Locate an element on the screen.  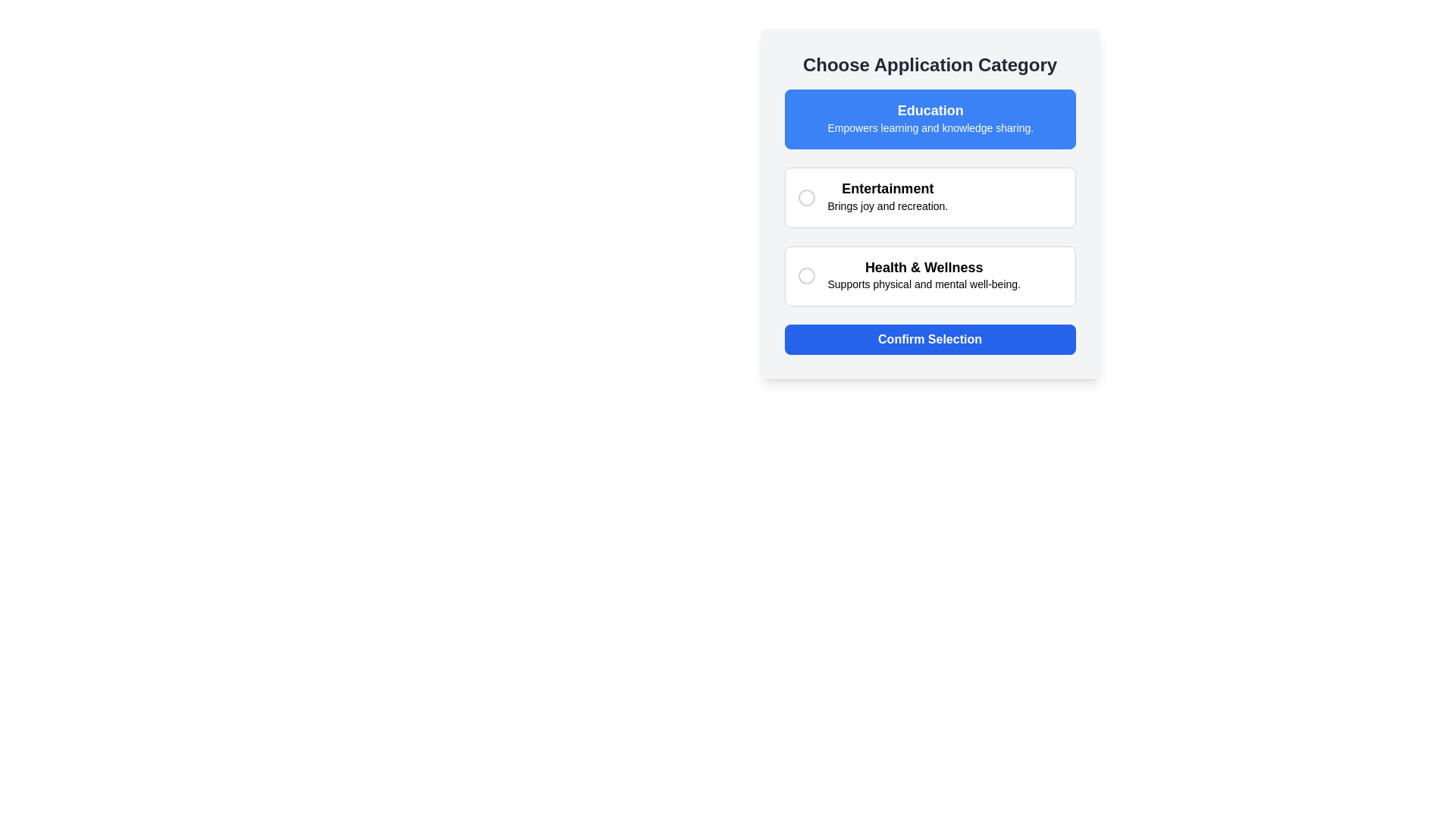
the text label that reads 'Brings joy and recreation.' positioned underneath the title 'Entertainment' within the bordered card layout is located at coordinates (887, 206).